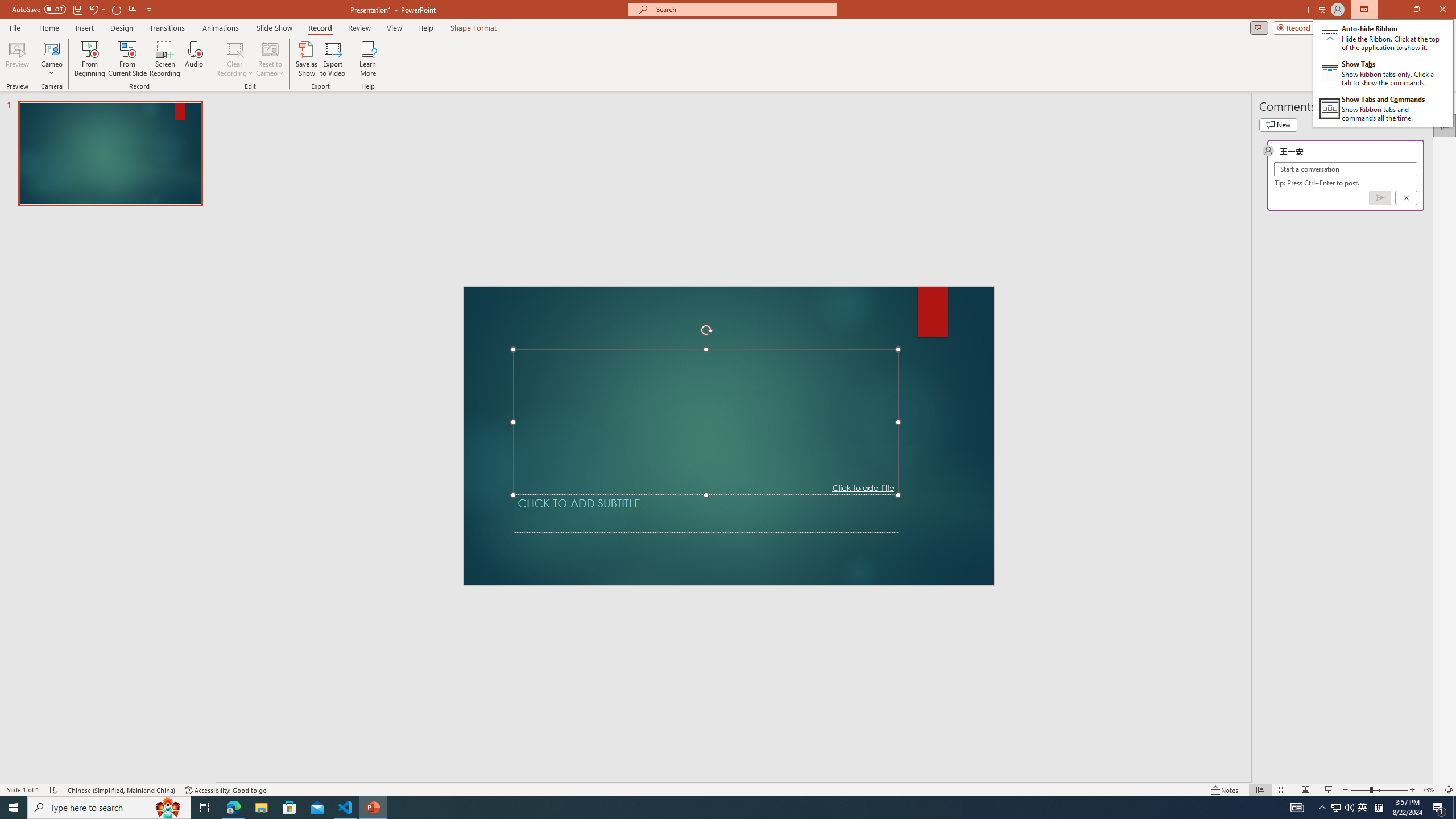 The width and height of the screenshot is (1456, 819). Describe the element at coordinates (1322, 806) in the screenshot. I see `'Notification Chevron'` at that location.